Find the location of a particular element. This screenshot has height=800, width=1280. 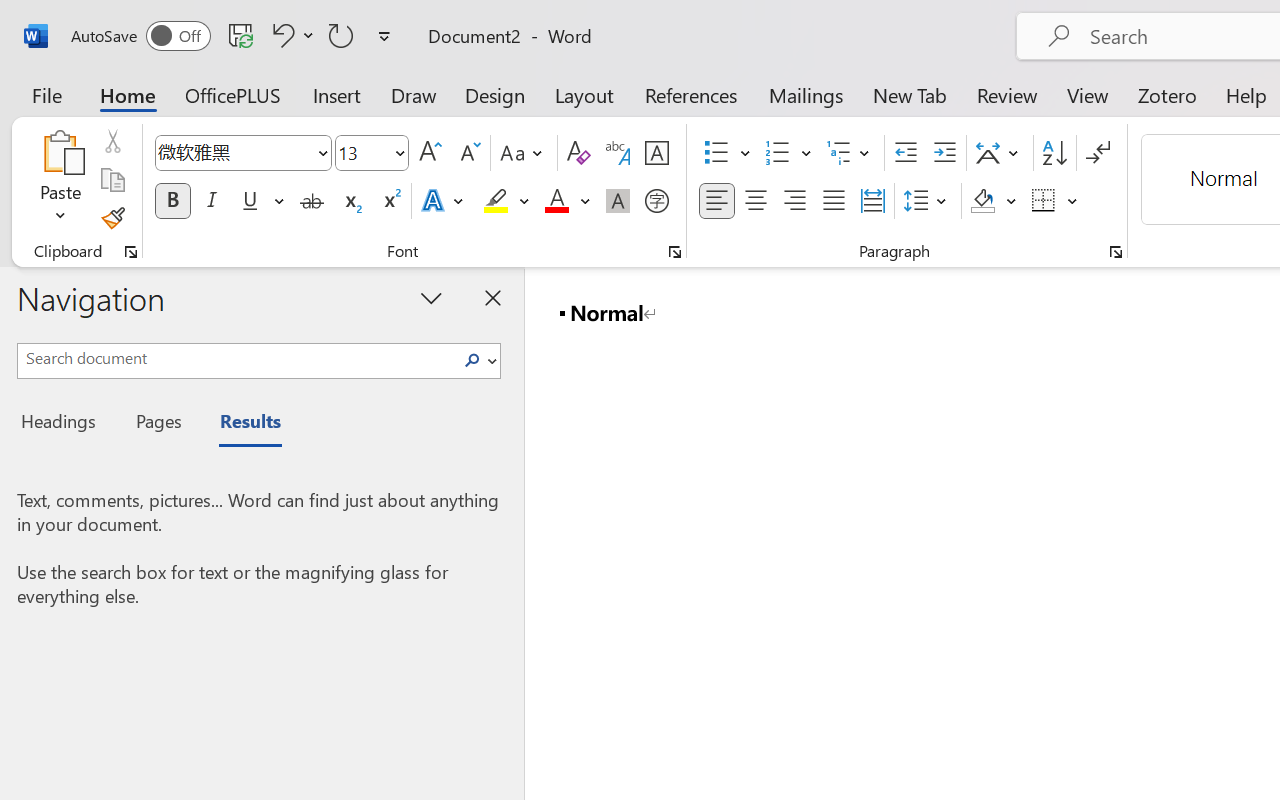

'Font Size' is located at coordinates (372, 153).